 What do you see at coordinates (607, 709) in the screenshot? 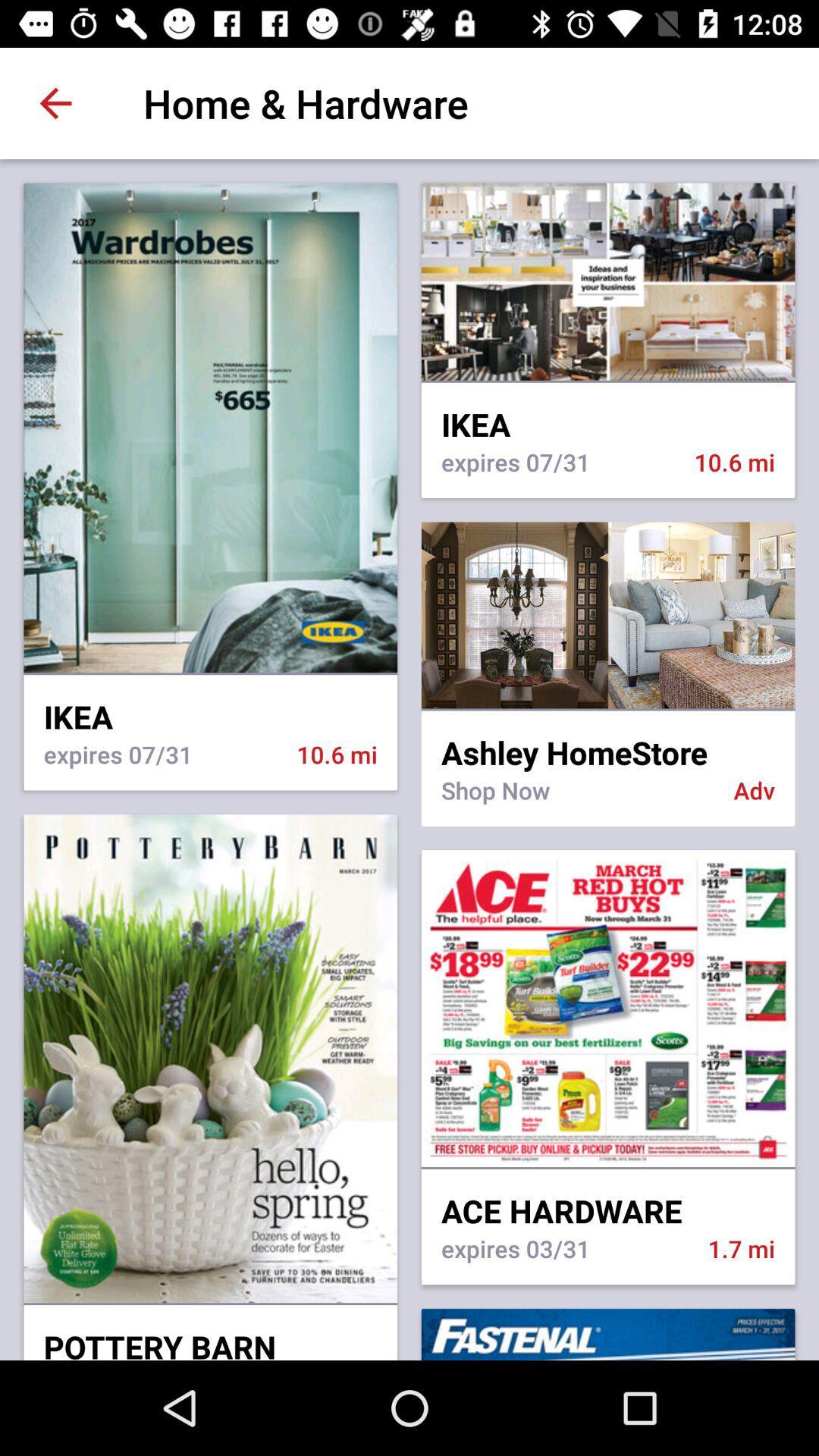
I see `the item above ashley homestore item` at bounding box center [607, 709].